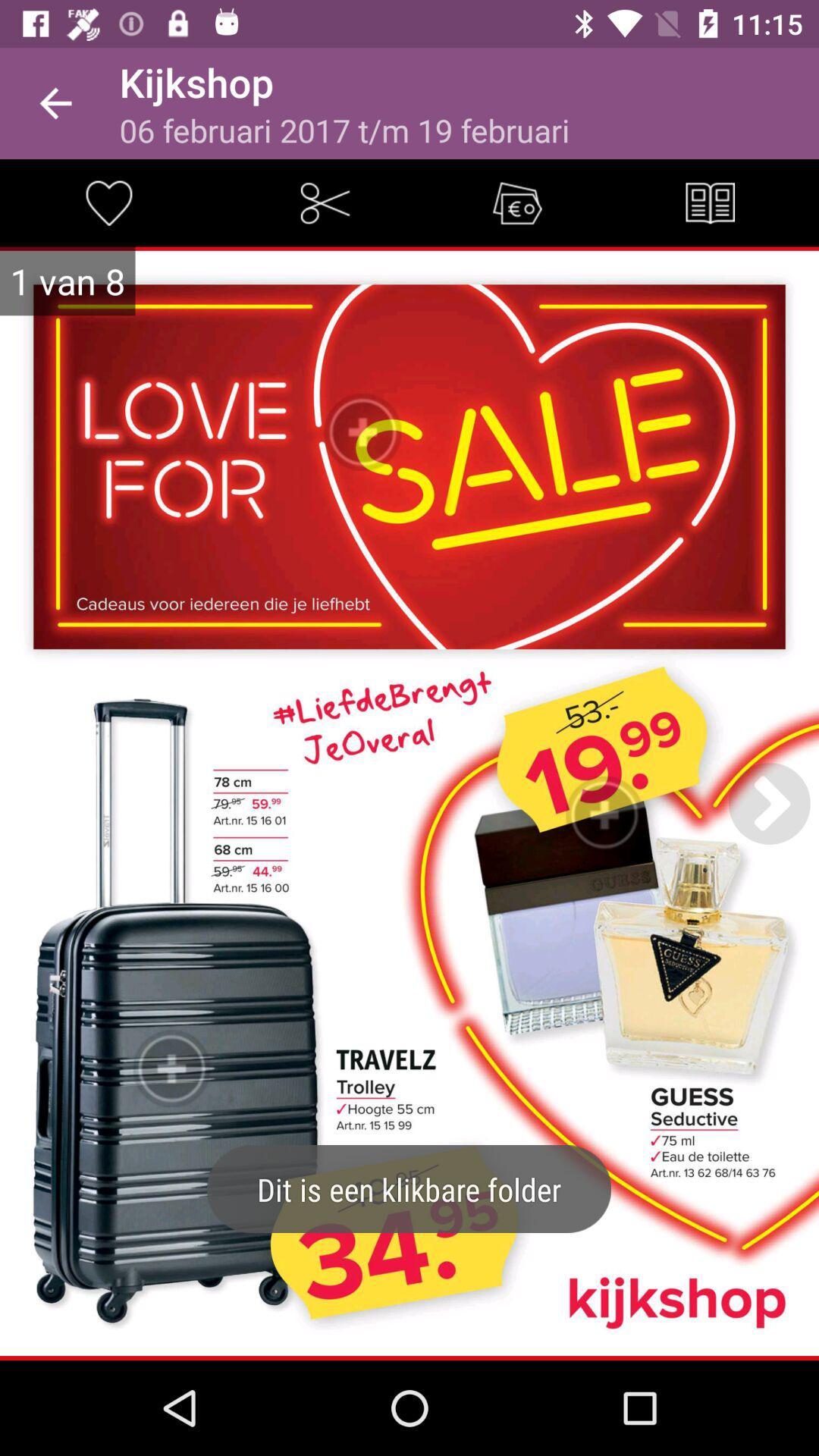  Describe the element at coordinates (769, 802) in the screenshot. I see `show next` at that location.